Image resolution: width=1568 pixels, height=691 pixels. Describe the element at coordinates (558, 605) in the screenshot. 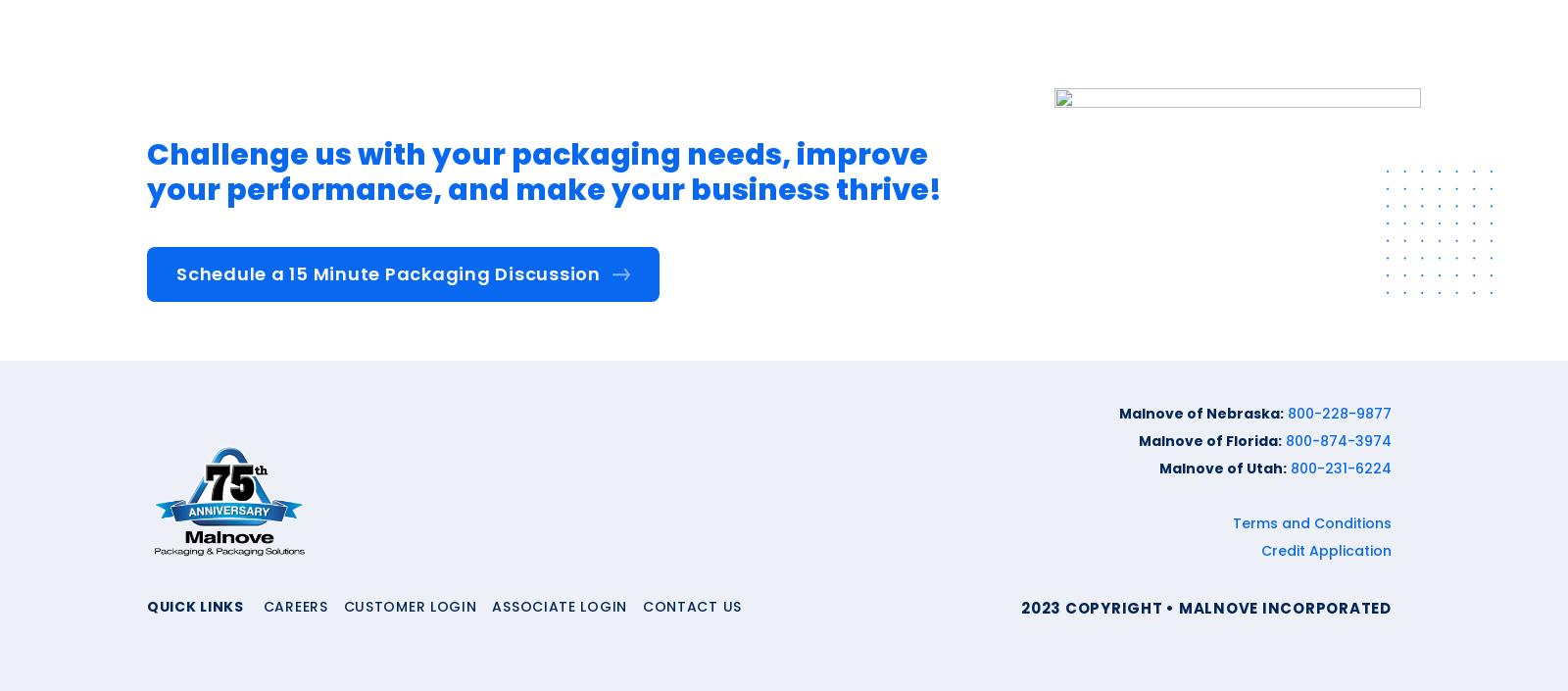

I see `'ASSOCIATE LOGIN'` at that location.